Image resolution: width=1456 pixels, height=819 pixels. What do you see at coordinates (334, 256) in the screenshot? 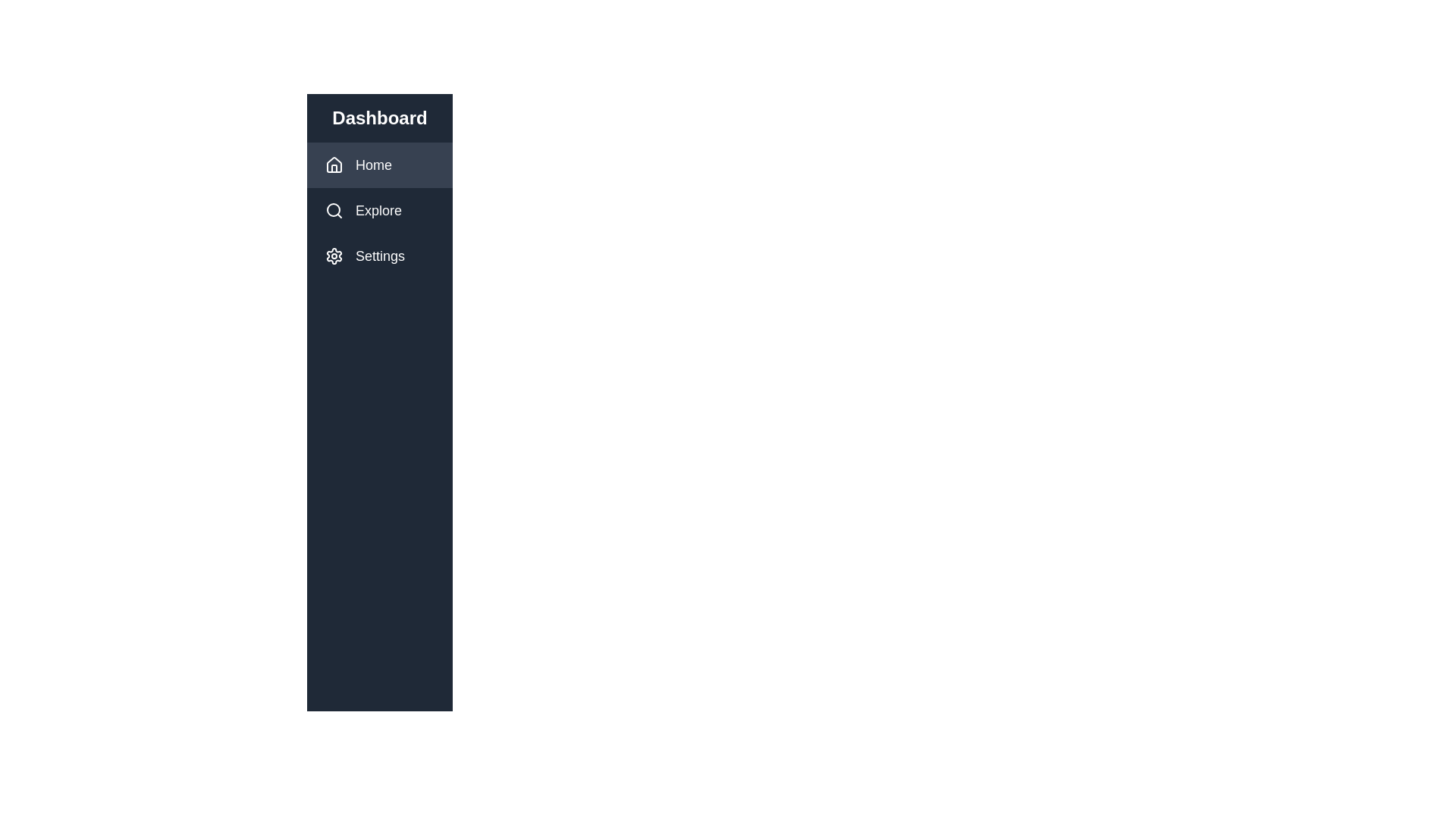
I see `the gear-shaped icon for settings, located at the bottom of the sidebar` at bounding box center [334, 256].